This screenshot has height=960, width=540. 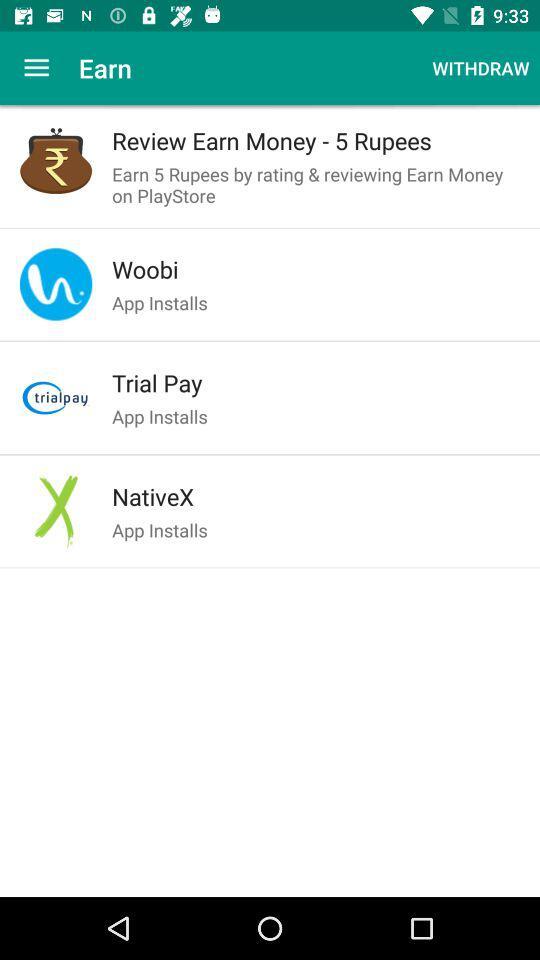 I want to click on withdraw at the top right corner, so click(x=479, y=68).